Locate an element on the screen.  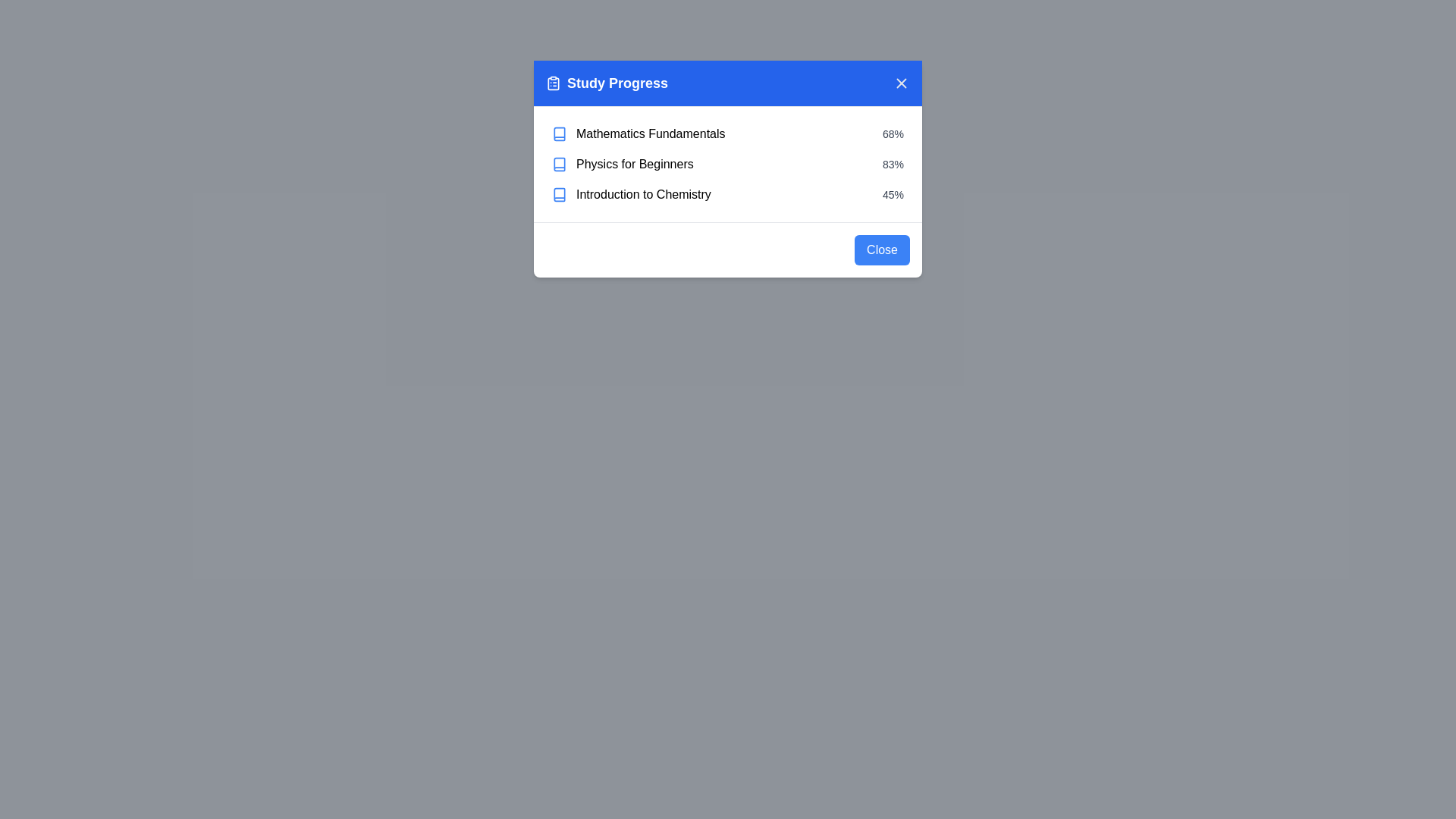
the decorative icon symbolizing study or knowledge, located at the top left corner of the modal window next to the title text 'Study Progress' is located at coordinates (559, 164).